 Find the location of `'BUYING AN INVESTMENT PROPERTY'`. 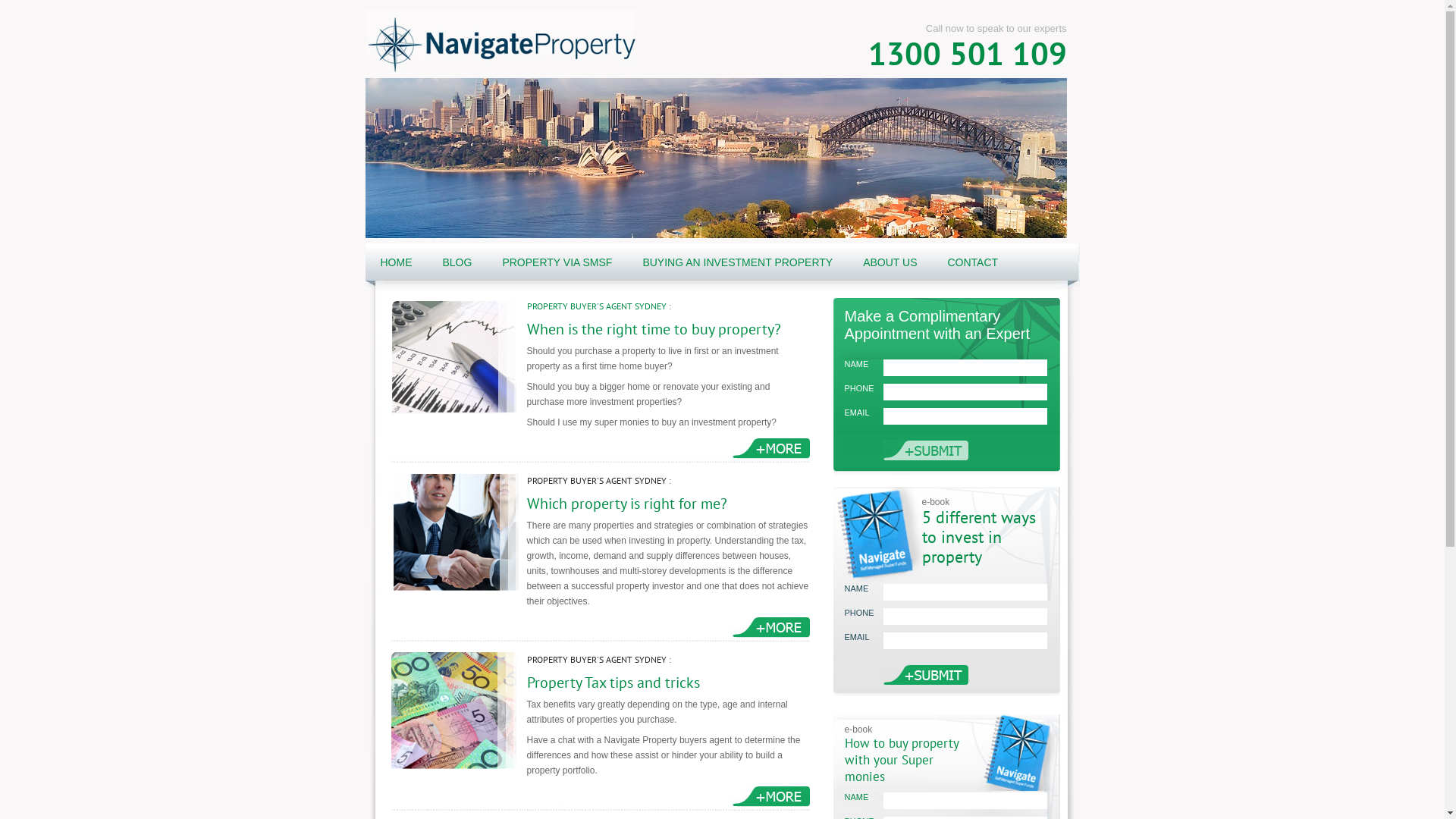

'BUYING AN INVESTMENT PROPERTY' is located at coordinates (737, 262).